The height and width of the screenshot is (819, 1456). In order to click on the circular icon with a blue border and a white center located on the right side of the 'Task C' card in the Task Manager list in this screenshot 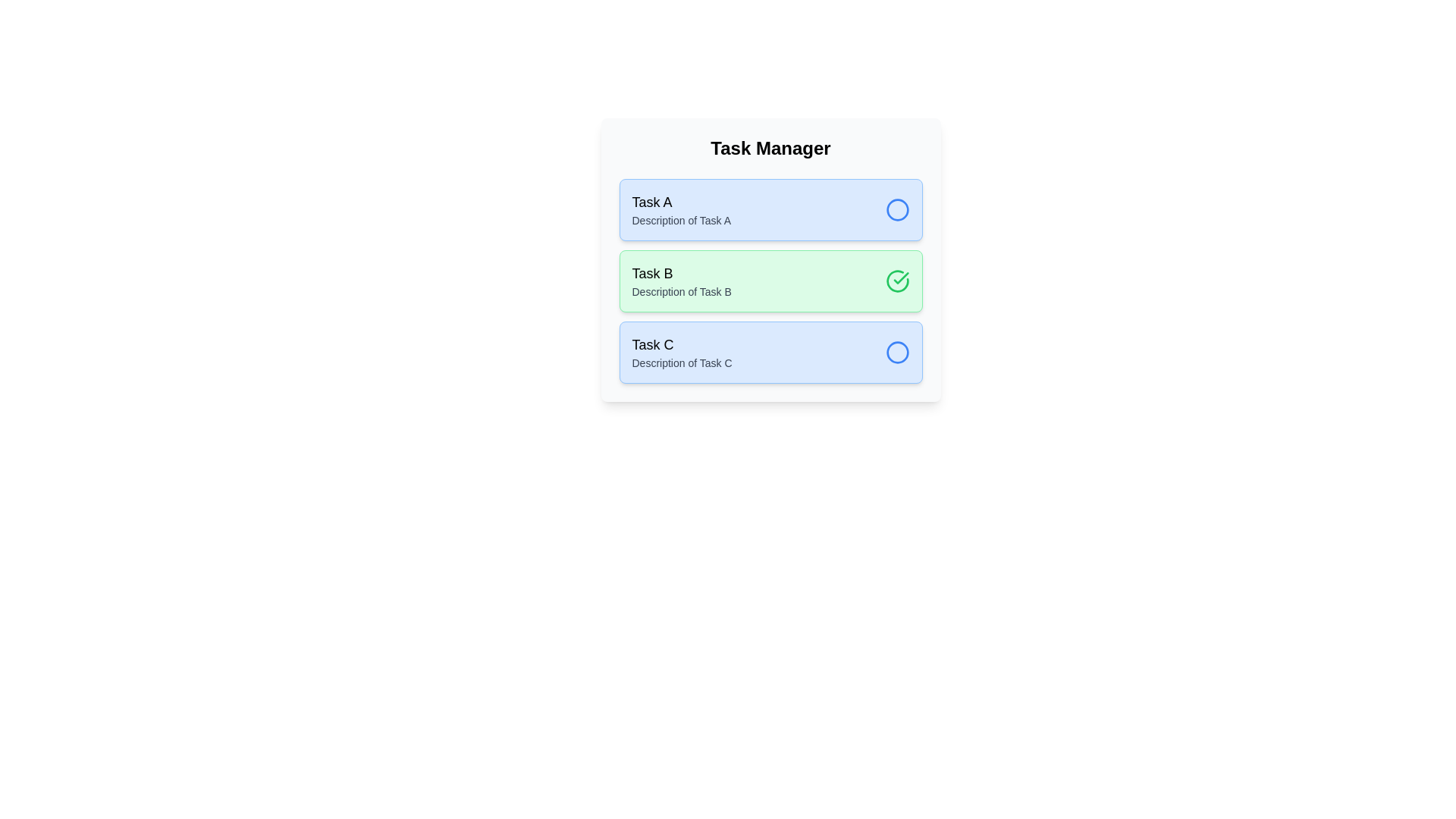, I will do `click(897, 353)`.